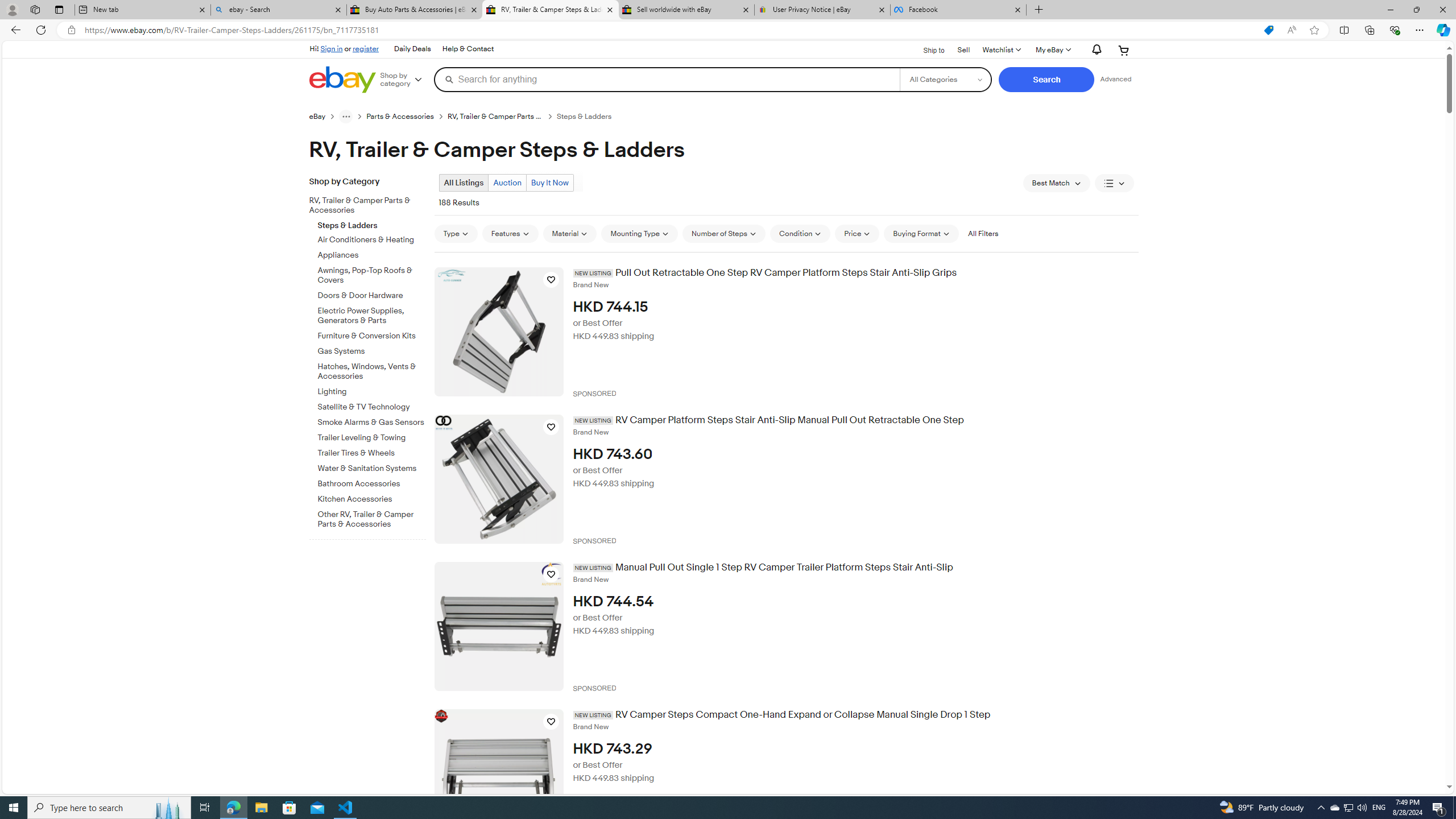  I want to click on 'Restore', so click(1416, 9).